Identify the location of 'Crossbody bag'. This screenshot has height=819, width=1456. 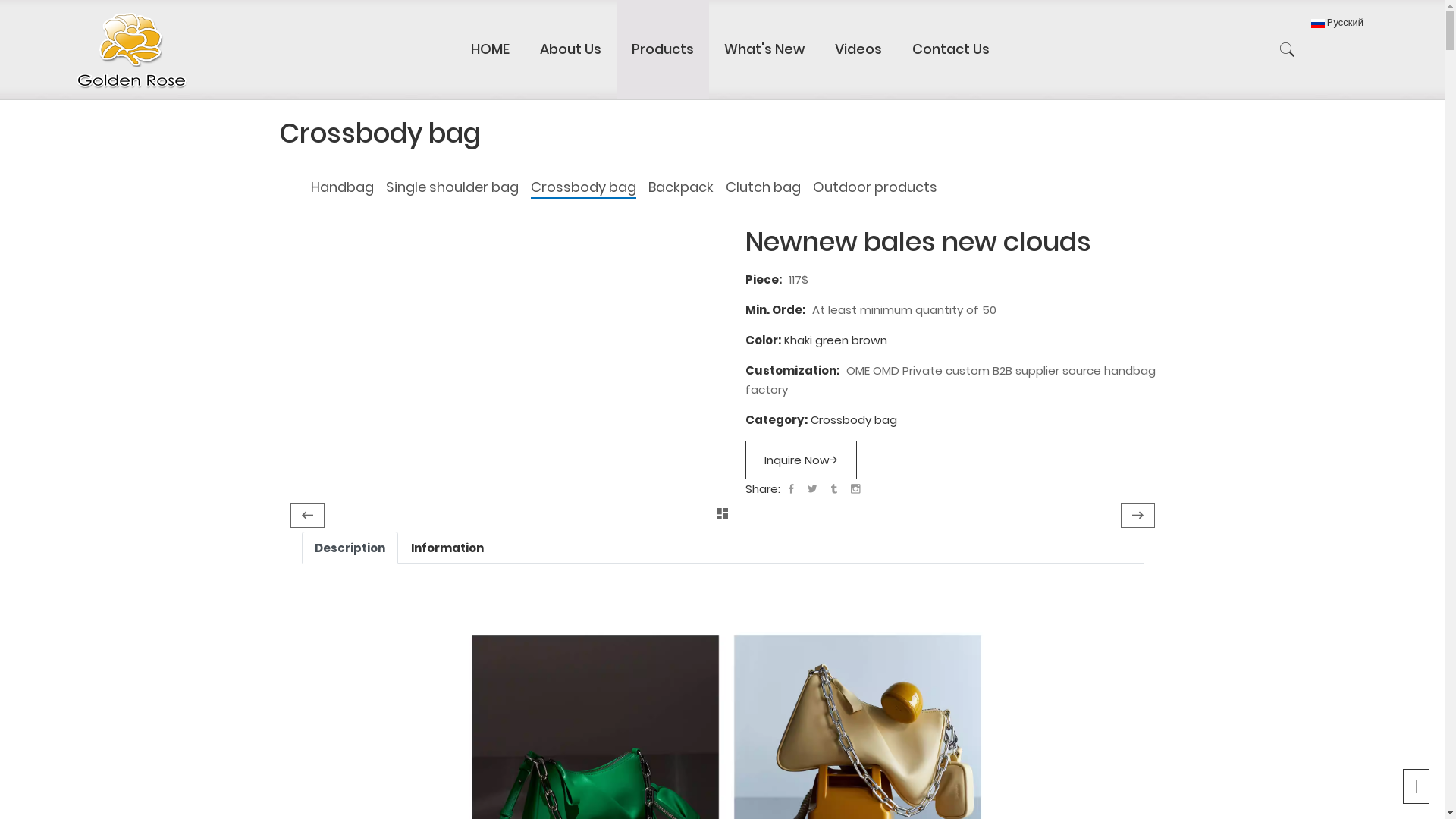
(582, 186).